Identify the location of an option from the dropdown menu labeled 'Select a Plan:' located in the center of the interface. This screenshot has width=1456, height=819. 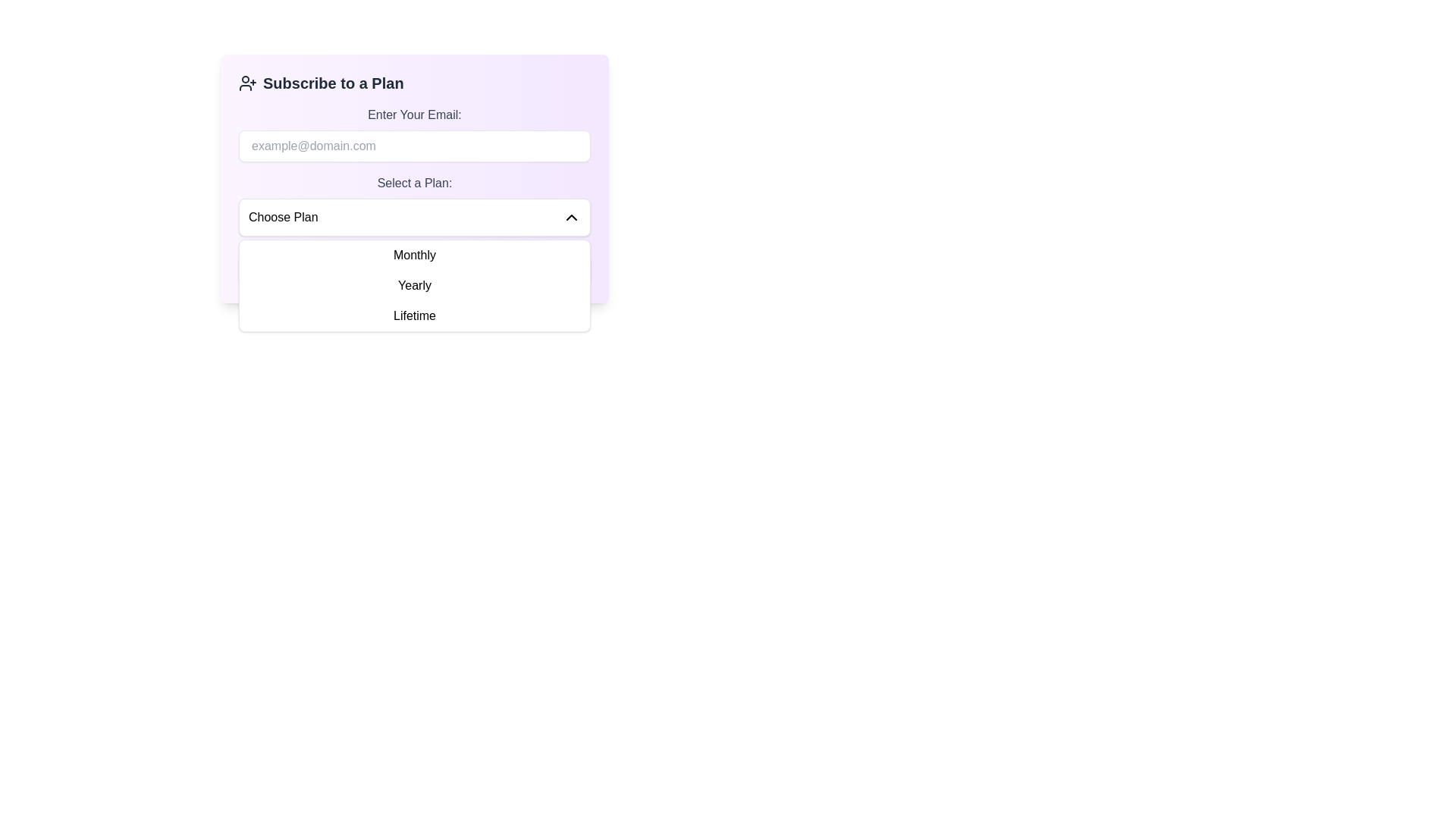
(415, 217).